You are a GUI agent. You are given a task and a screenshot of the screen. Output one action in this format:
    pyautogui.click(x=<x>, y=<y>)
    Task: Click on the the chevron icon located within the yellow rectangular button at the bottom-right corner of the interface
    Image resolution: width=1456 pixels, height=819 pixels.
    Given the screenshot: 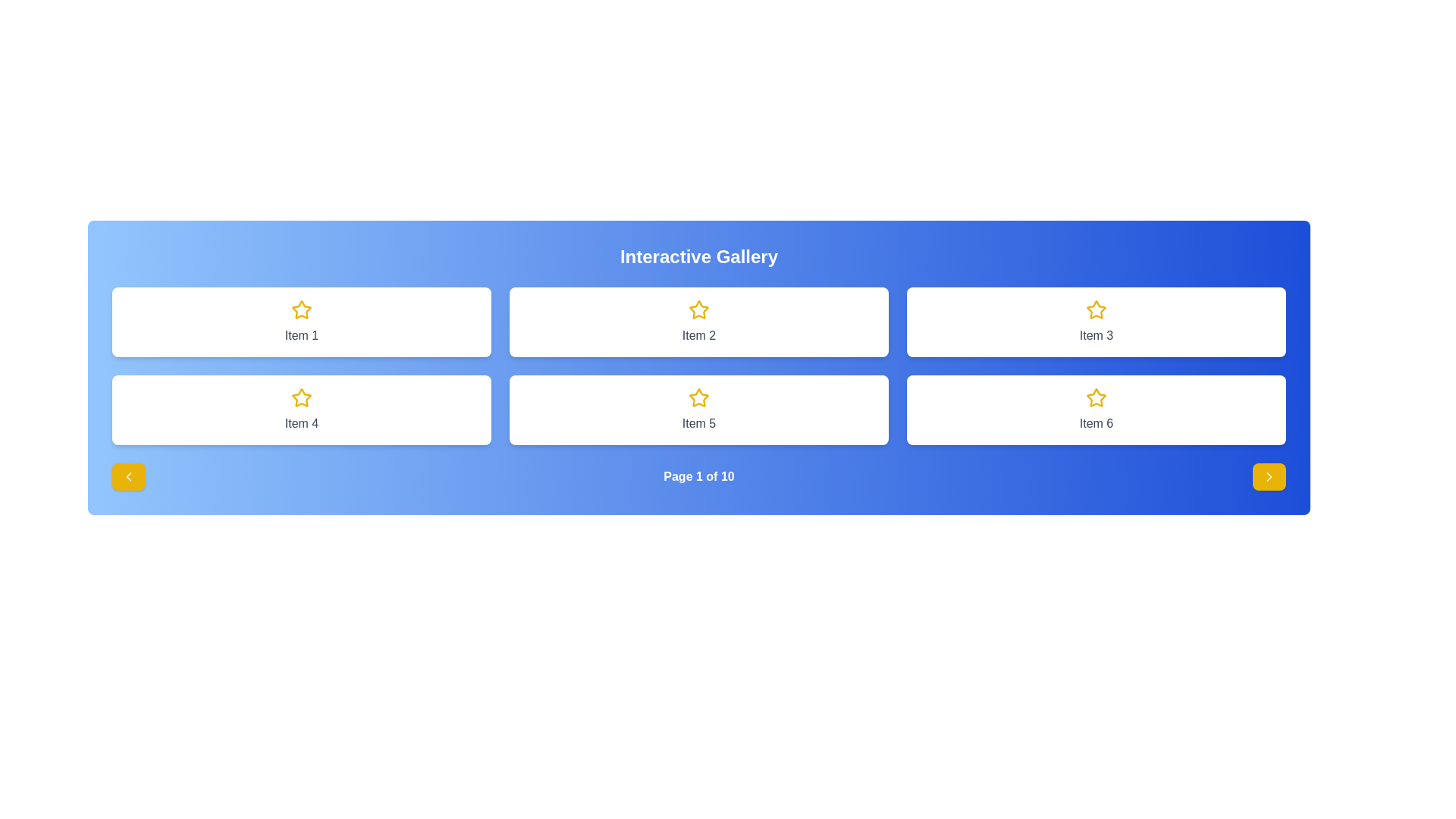 What is the action you would take?
    pyautogui.click(x=1269, y=475)
    